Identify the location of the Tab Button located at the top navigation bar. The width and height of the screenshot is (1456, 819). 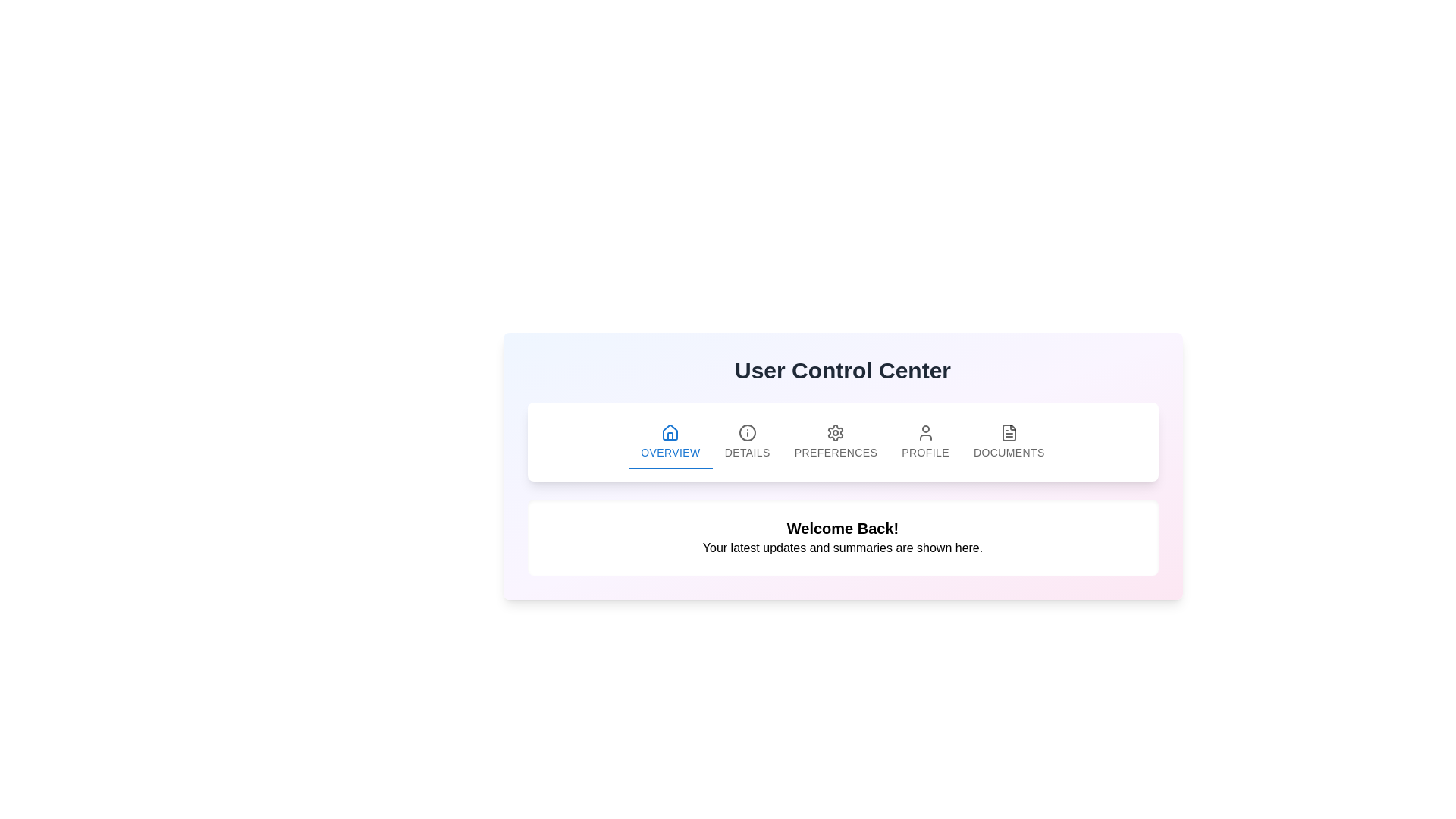
(670, 441).